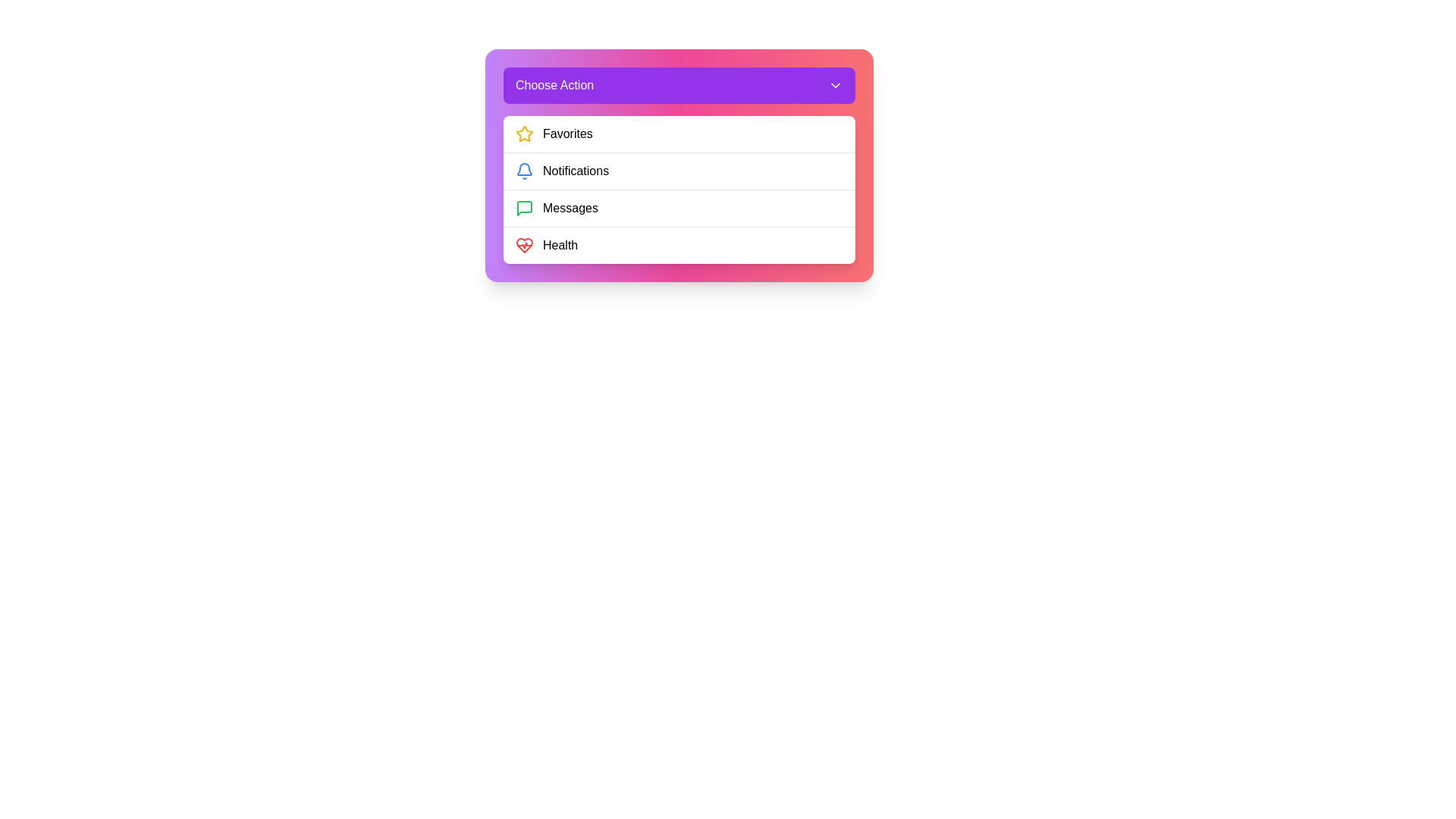  I want to click on the bell icon located to the left of the 'Notifications' text label in the 'Choose Action' dropdown menu, so click(524, 169).